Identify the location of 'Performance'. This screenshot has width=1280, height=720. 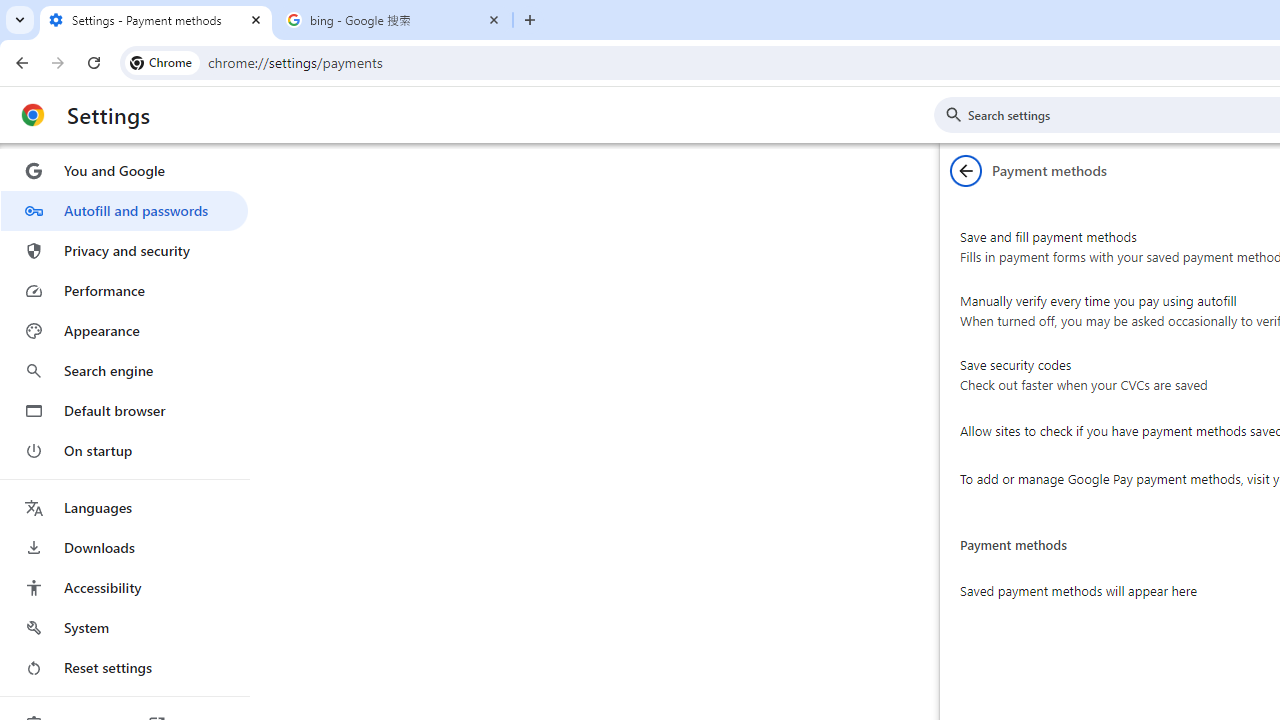
(123, 290).